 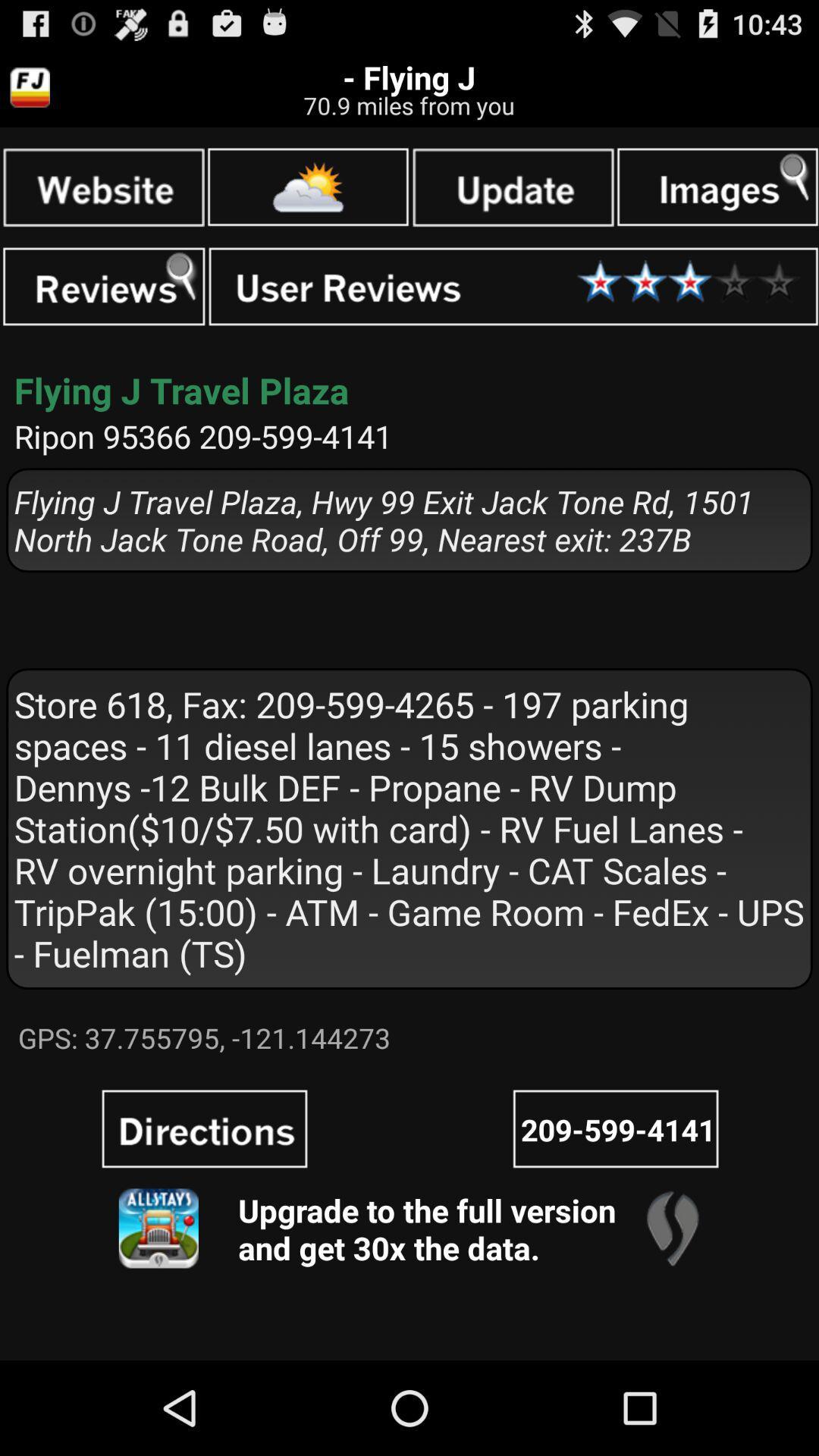 I want to click on user reviews, so click(x=513, y=287).